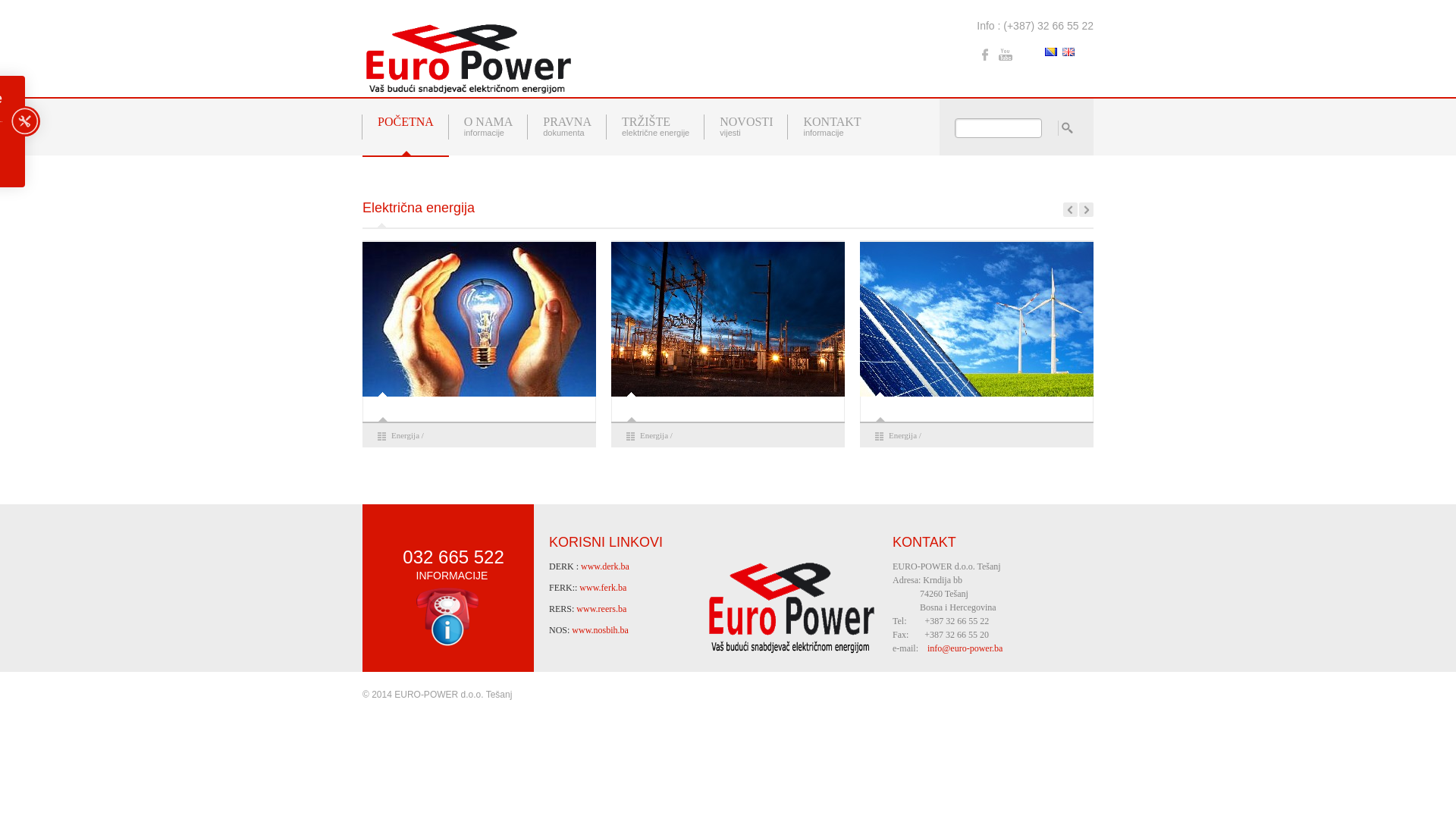 The image size is (1456, 819). Describe the element at coordinates (604, 566) in the screenshot. I see `'www.derk.ba'` at that location.